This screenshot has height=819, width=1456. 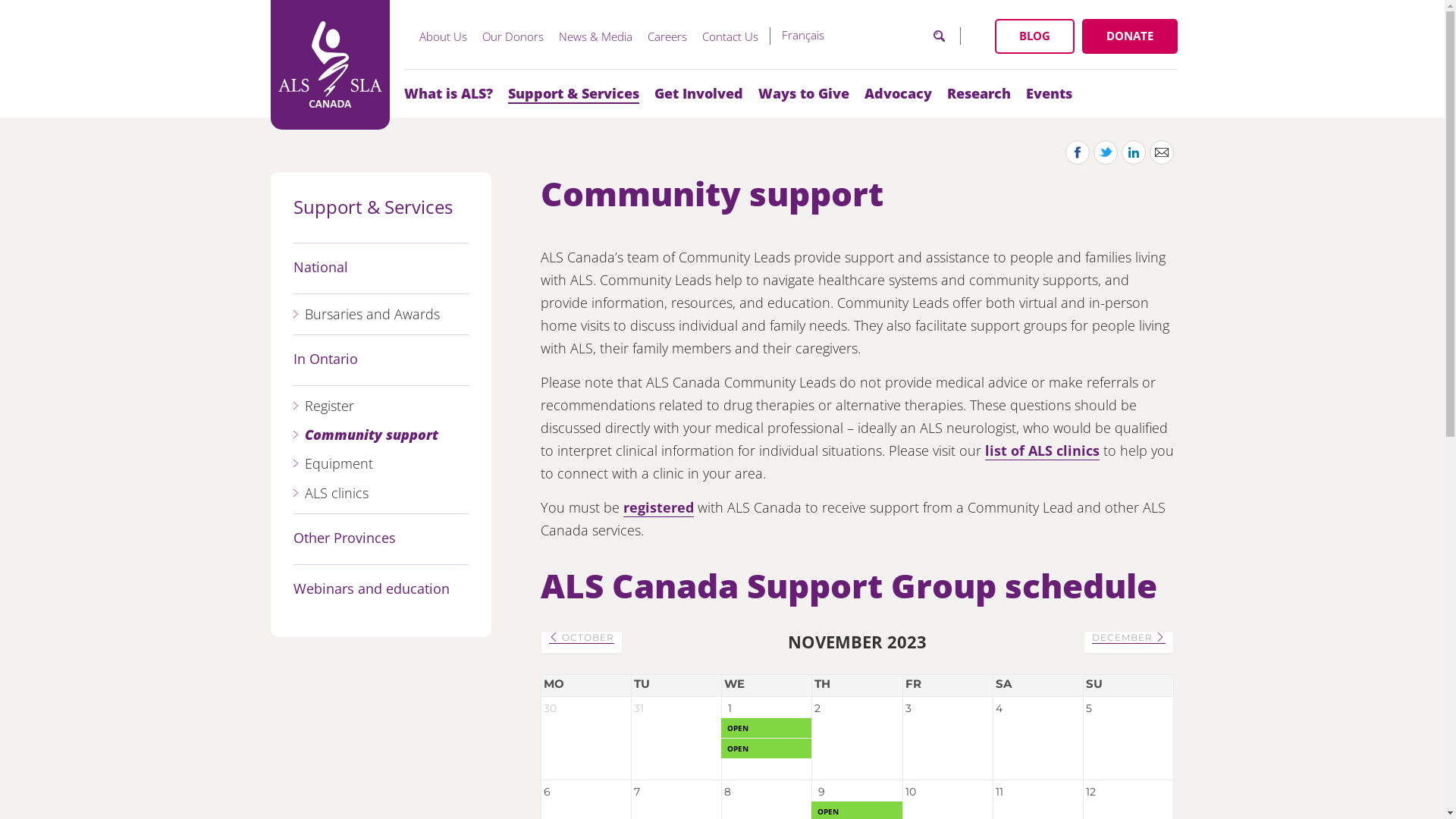 I want to click on 'Share by Email', so click(x=1160, y=152).